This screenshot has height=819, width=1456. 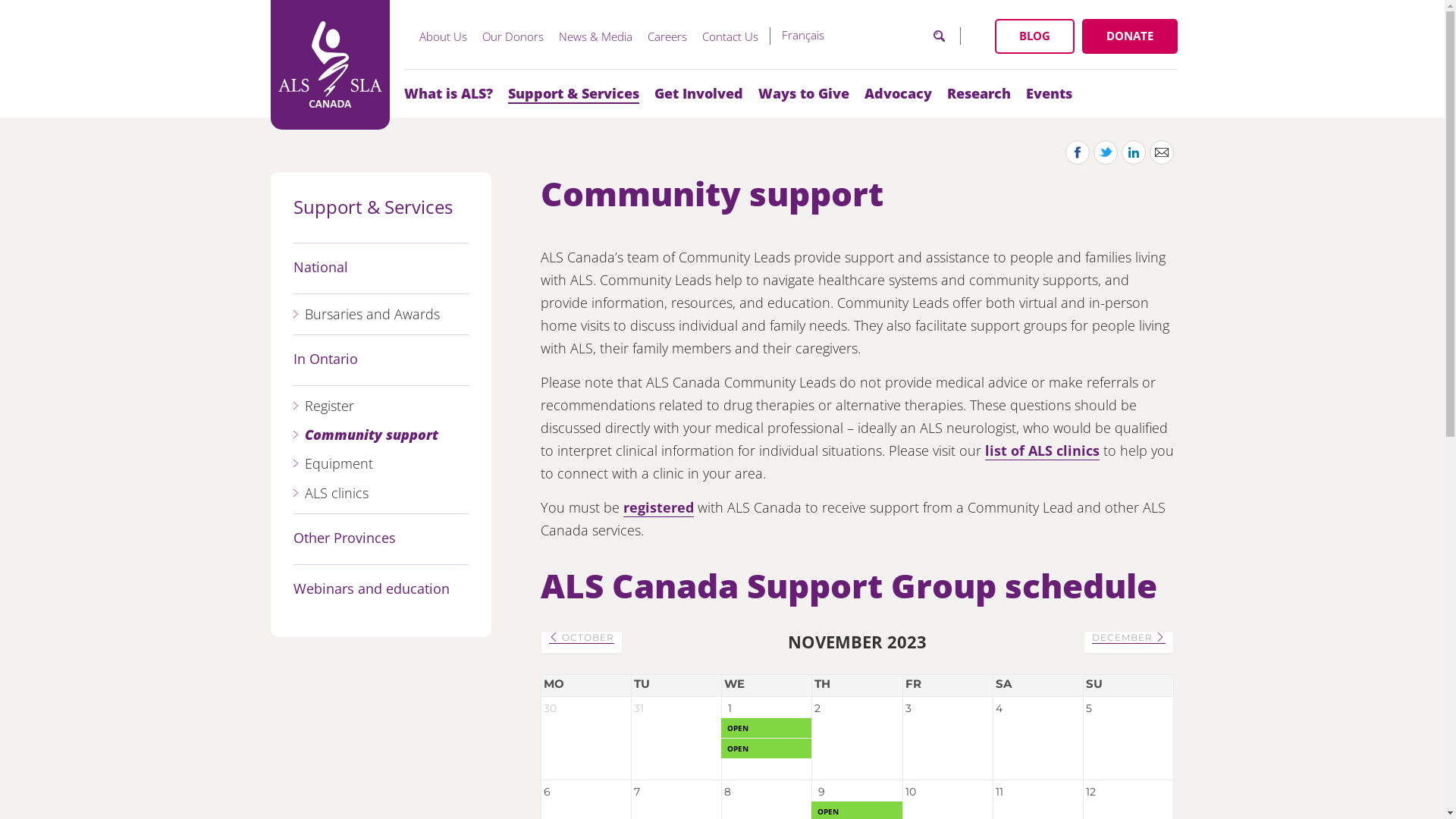 I want to click on 'Share by Email', so click(x=1160, y=152).